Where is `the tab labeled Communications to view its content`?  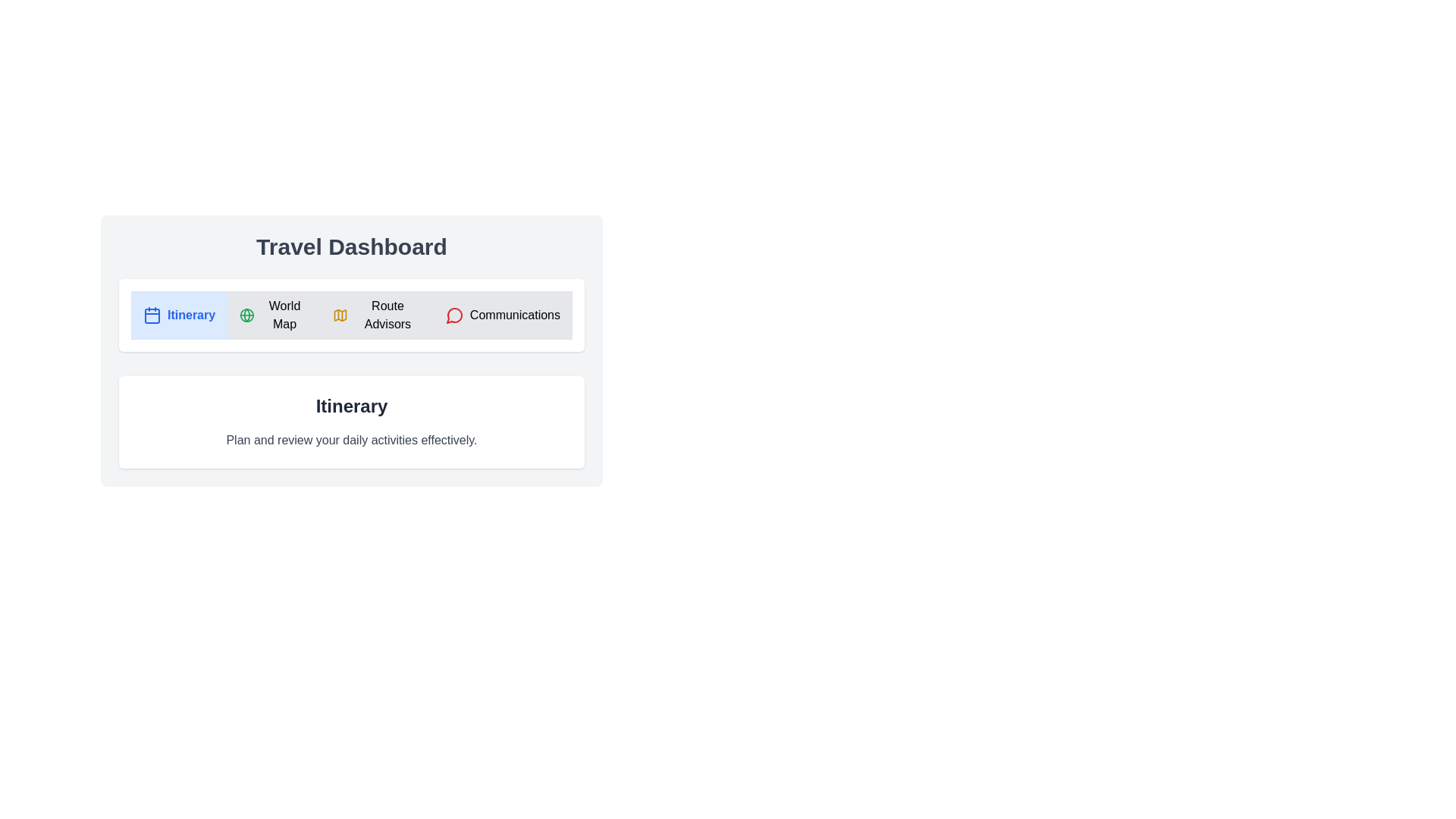 the tab labeled Communications to view its content is located at coordinates (503, 315).